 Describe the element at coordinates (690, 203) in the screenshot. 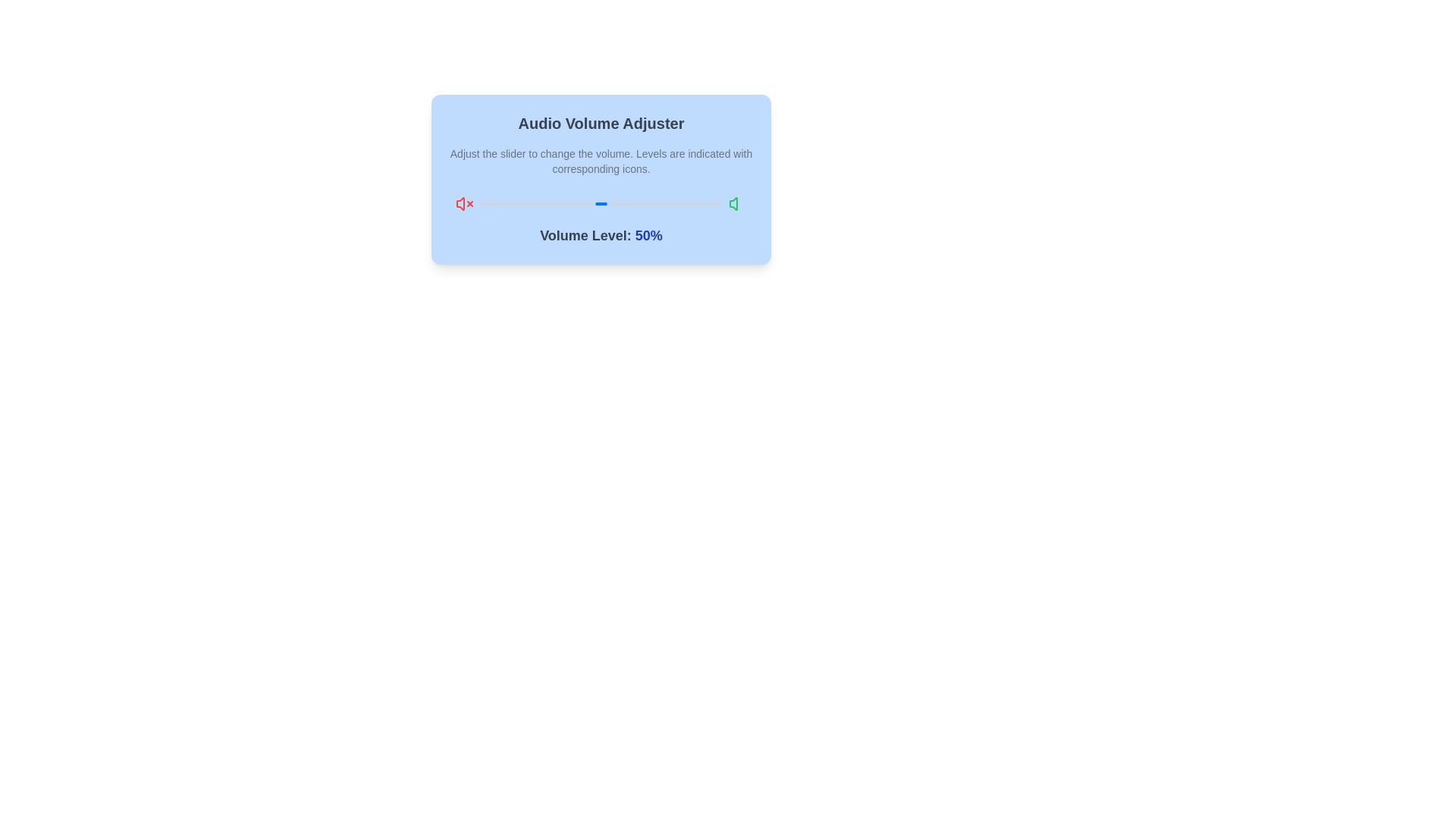

I see `the slider to set the volume to 87%` at that location.